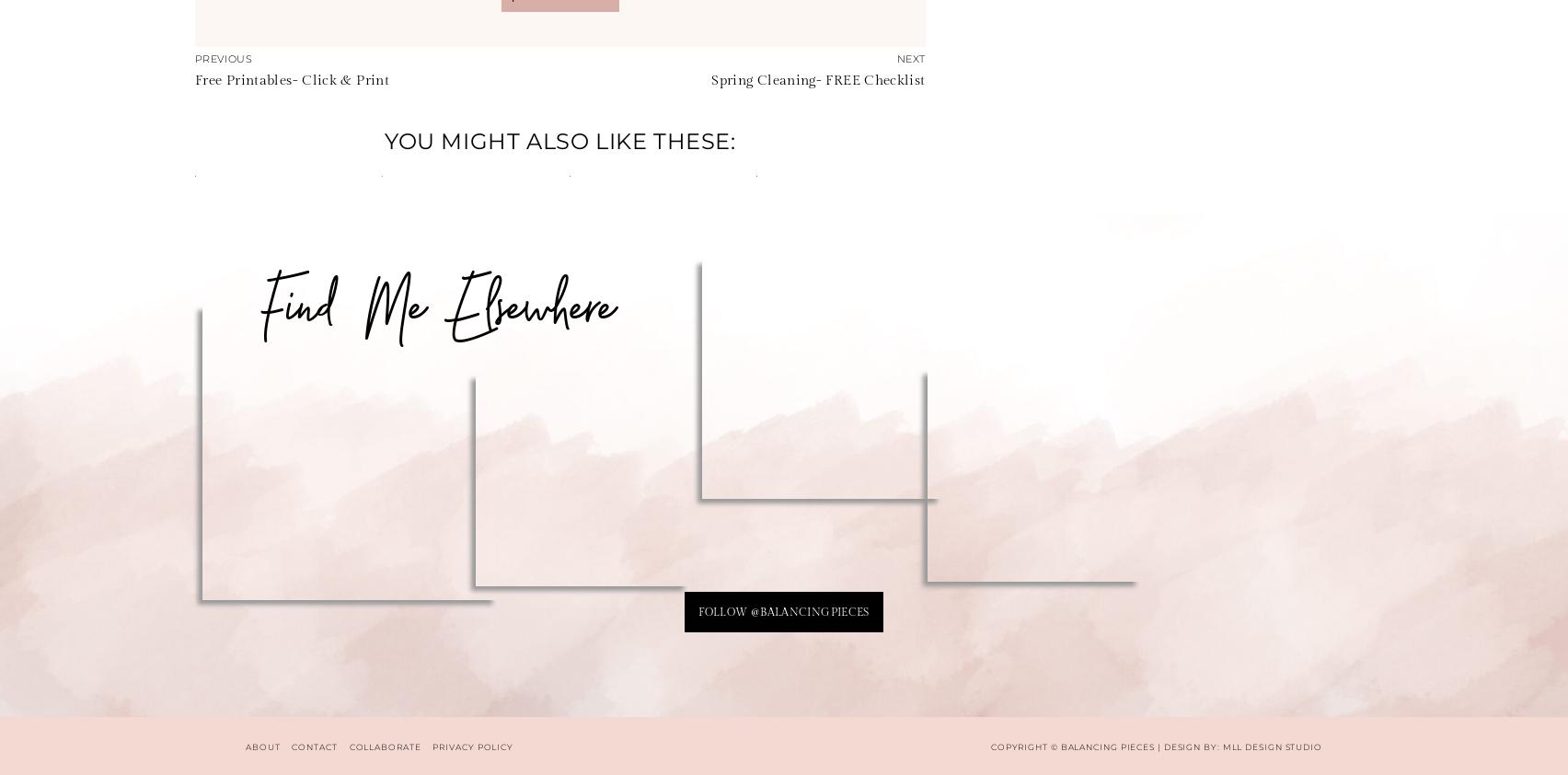 This screenshot has height=775, width=1568. Describe the element at coordinates (1188, 746) in the screenshot. I see `'|  Design By:'` at that location.